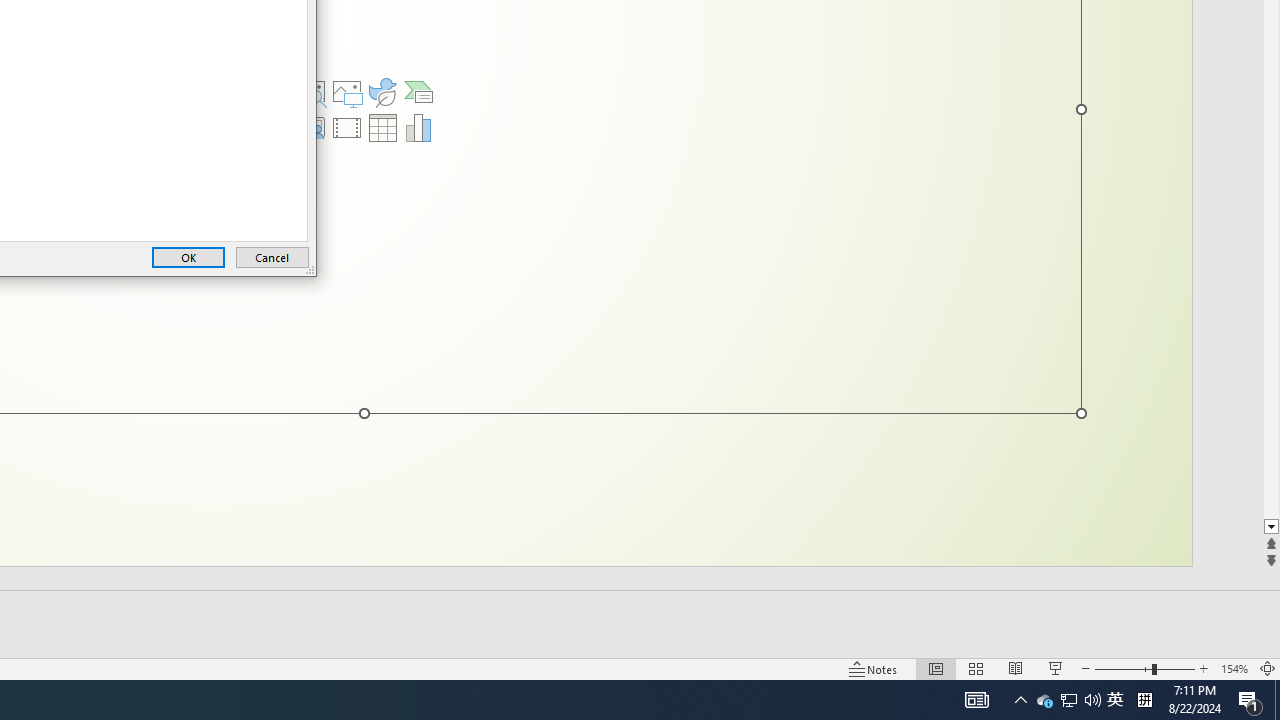 The height and width of the screenshot is (720, 1280). Describe the element at coordinates (188, 256) in the screenshot. I see `'OK'` at that location.